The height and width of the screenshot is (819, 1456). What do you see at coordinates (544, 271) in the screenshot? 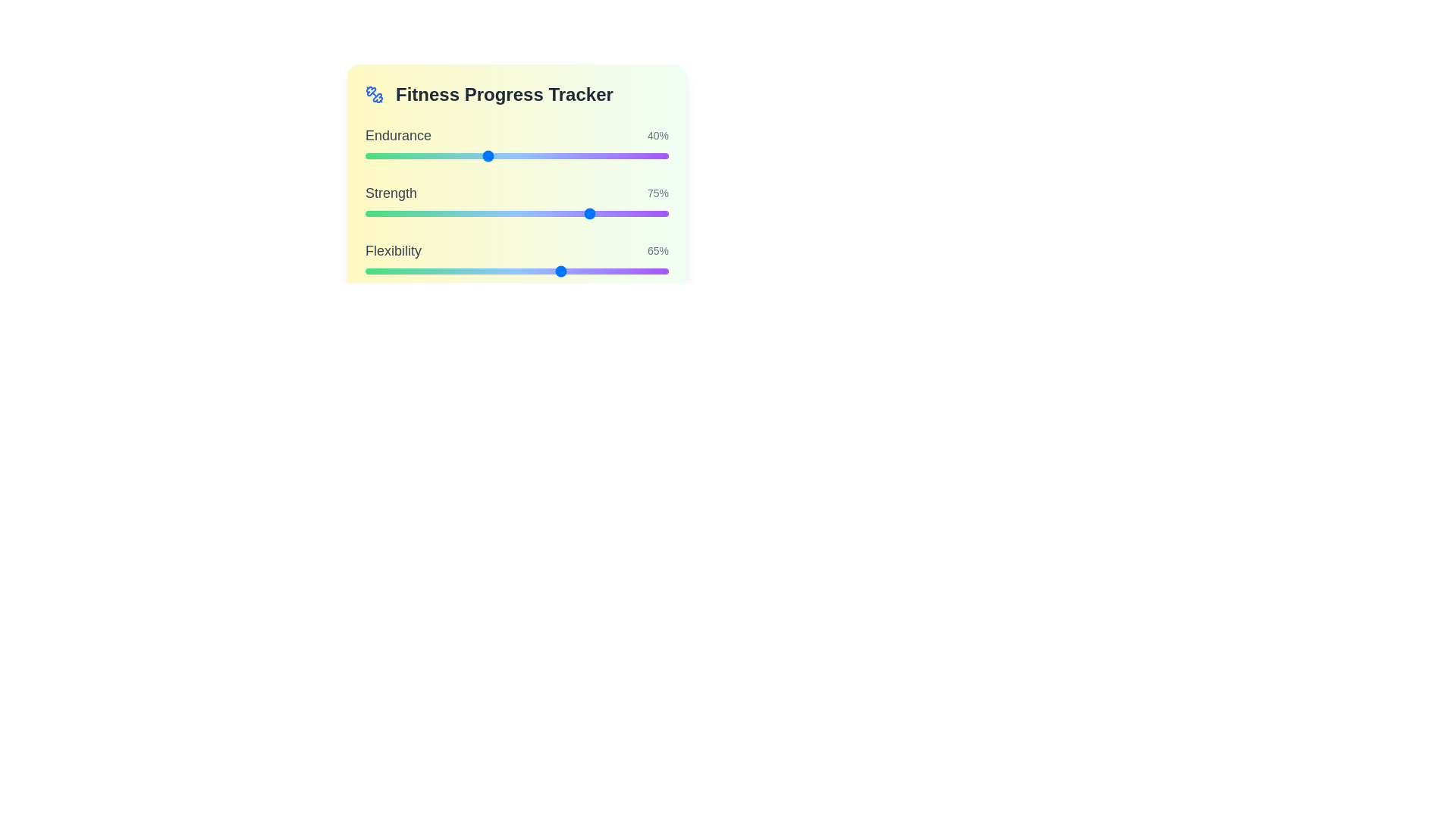
I see `flexibility percentage` at bounding box center [544, 271].